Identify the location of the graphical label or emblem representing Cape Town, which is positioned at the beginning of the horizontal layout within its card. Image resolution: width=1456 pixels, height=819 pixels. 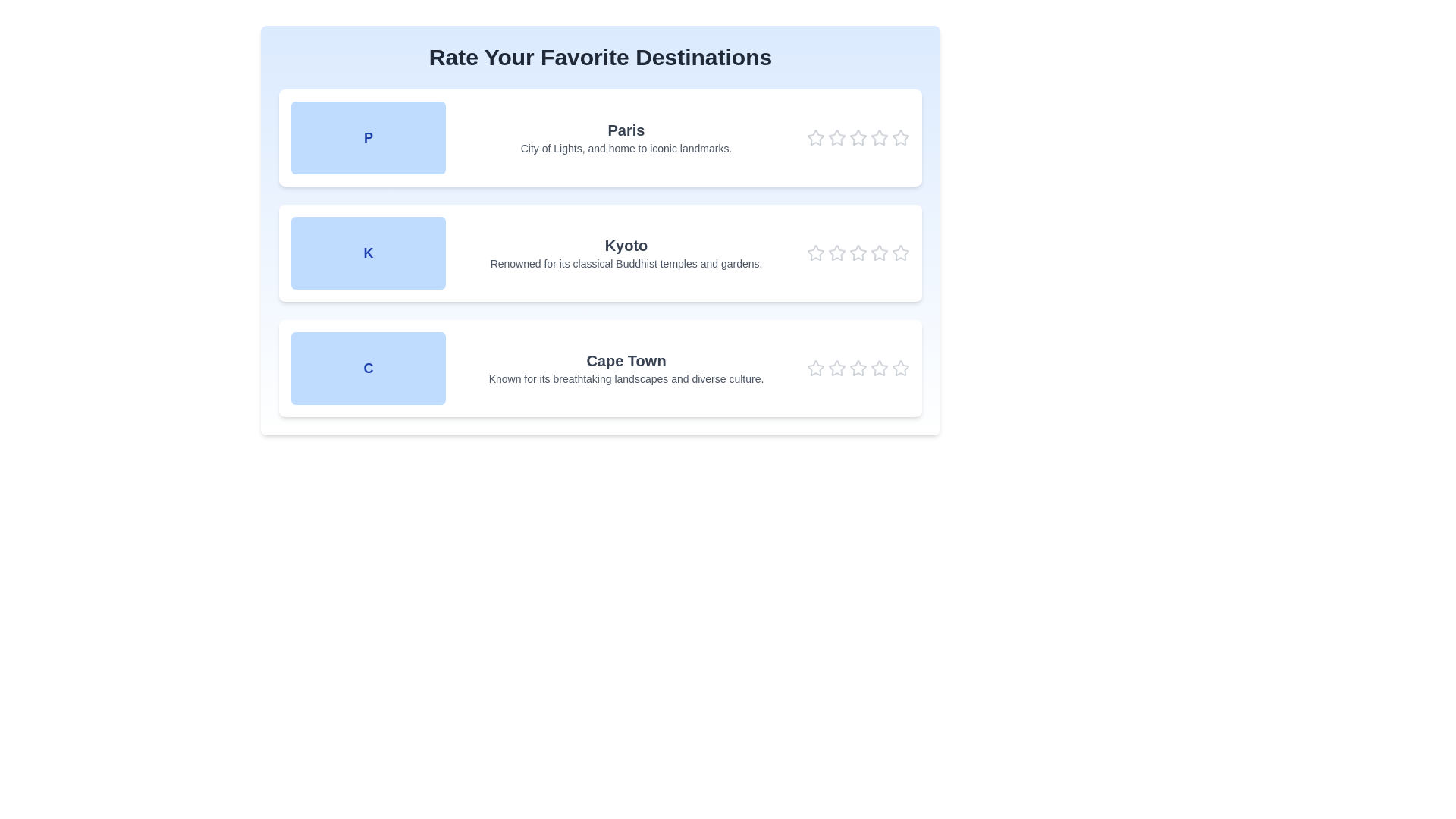
(368, 369).